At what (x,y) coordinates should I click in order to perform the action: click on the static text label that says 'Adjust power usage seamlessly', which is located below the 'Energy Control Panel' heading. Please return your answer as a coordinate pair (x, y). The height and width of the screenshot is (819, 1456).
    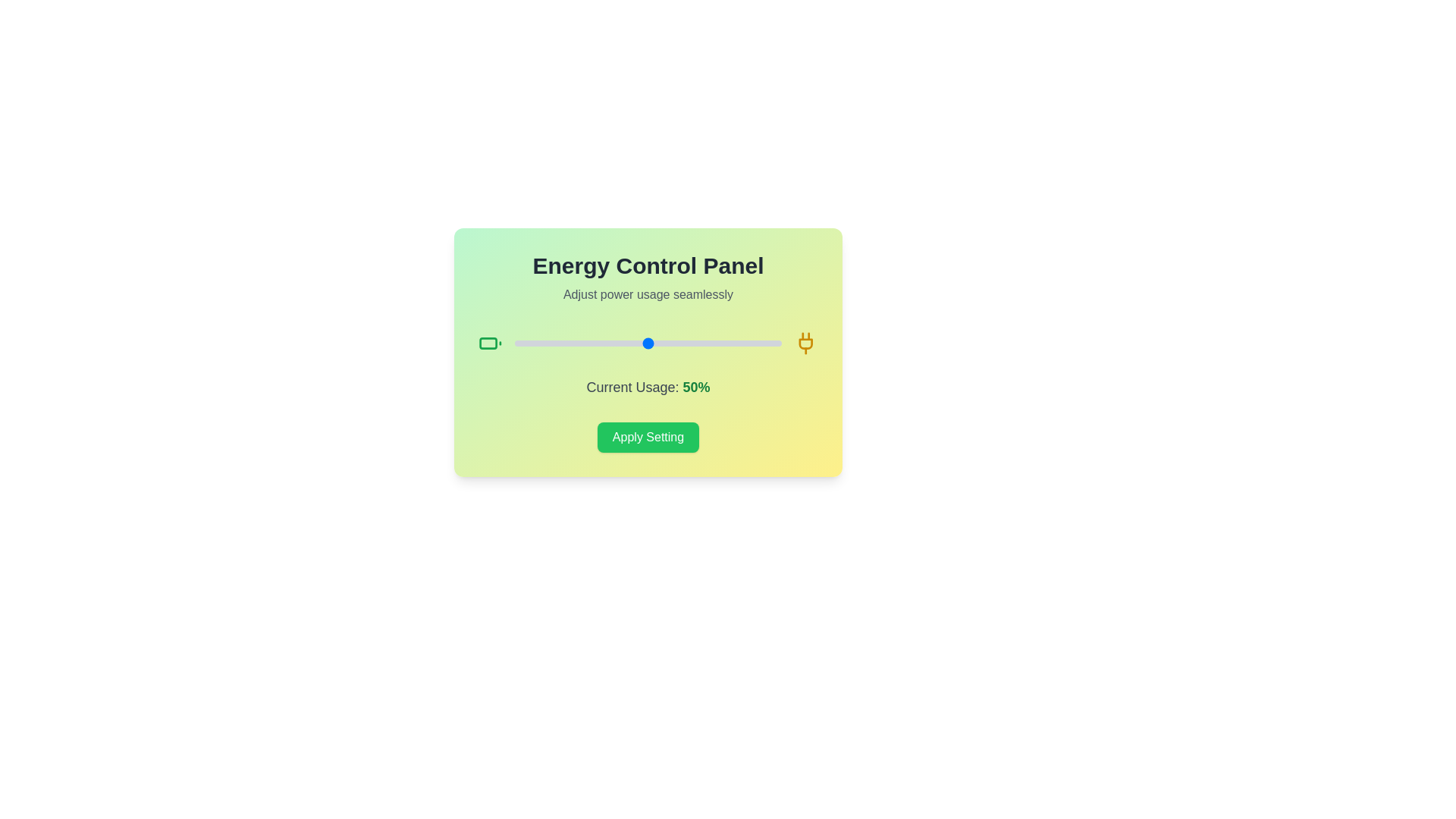
    Looking at the image, I should click on (648, 295).